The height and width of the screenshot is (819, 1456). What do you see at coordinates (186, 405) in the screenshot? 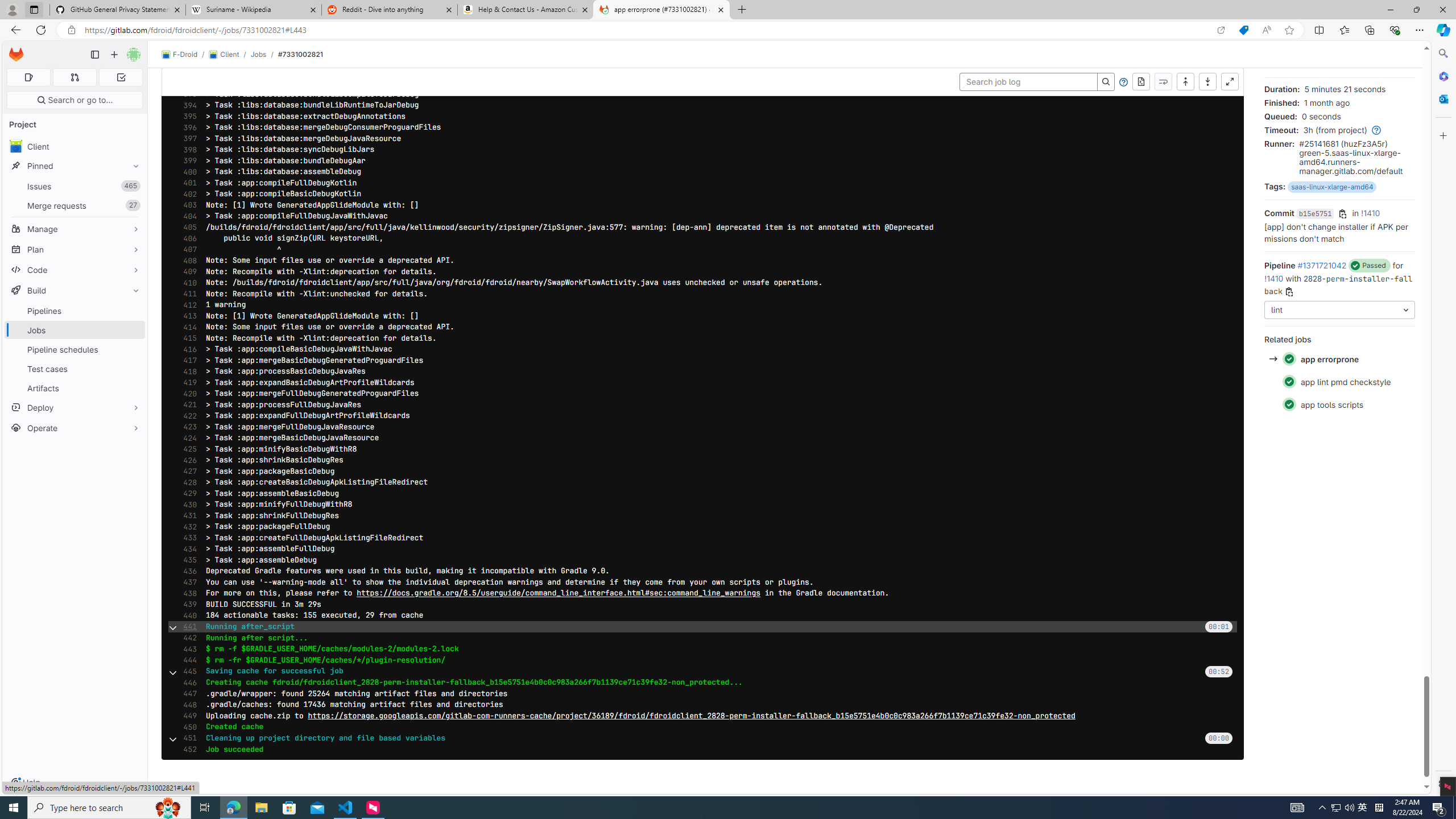
I see `'421'` at bounding box center [186, 405].